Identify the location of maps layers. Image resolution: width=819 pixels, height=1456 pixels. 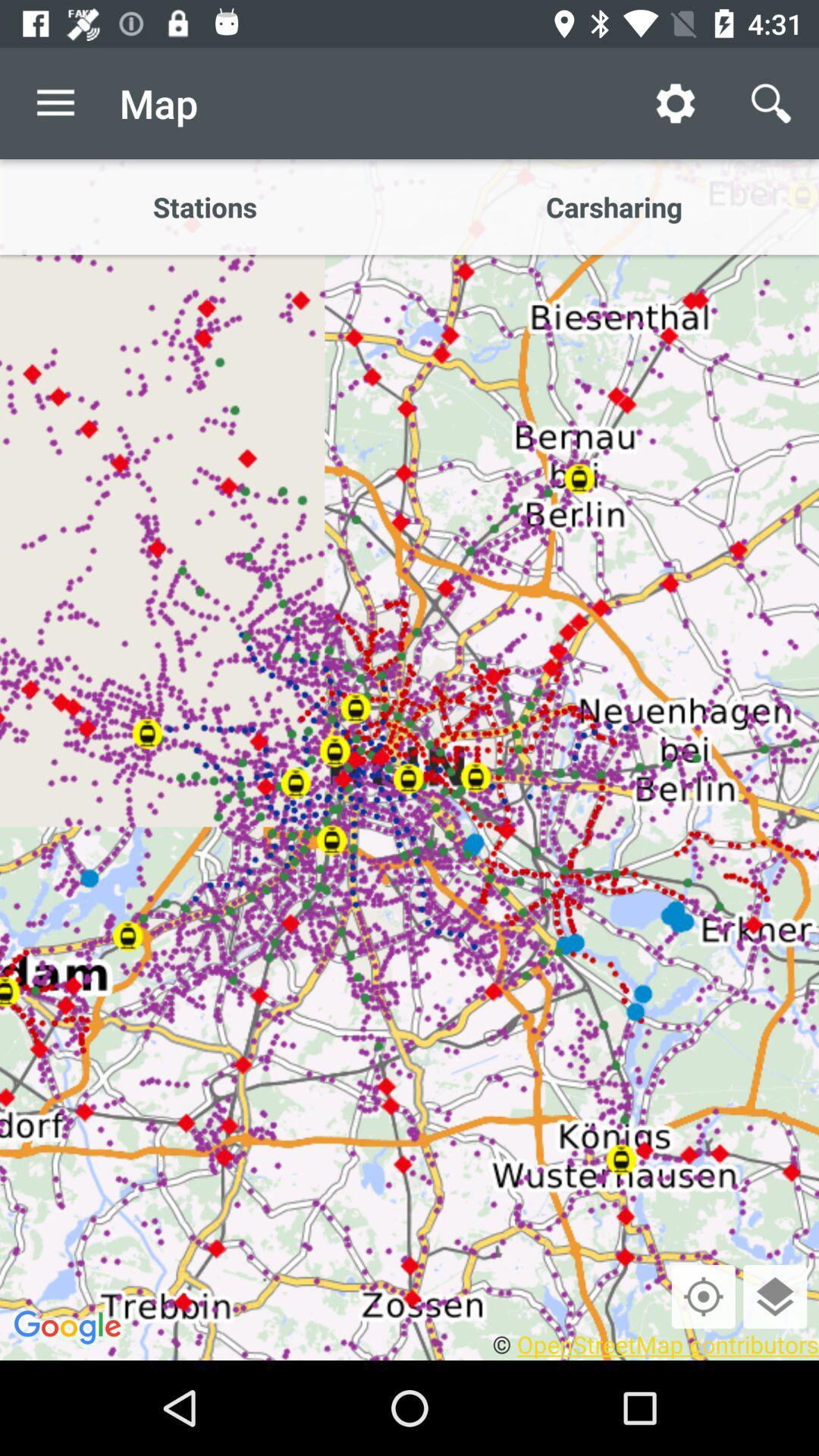
(775, 1295).